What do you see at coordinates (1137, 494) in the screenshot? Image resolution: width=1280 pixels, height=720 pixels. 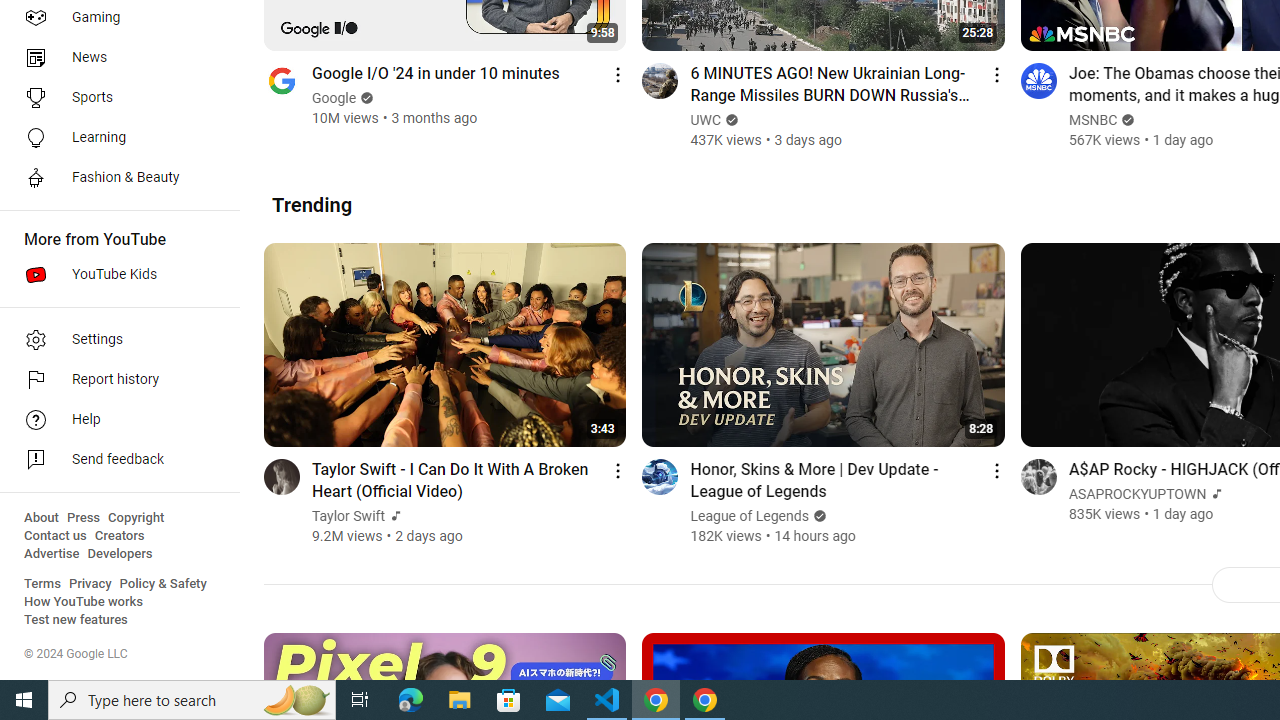 I see `'ASAPROCKYUPTOWN'` at bounding box center [1137, 494].